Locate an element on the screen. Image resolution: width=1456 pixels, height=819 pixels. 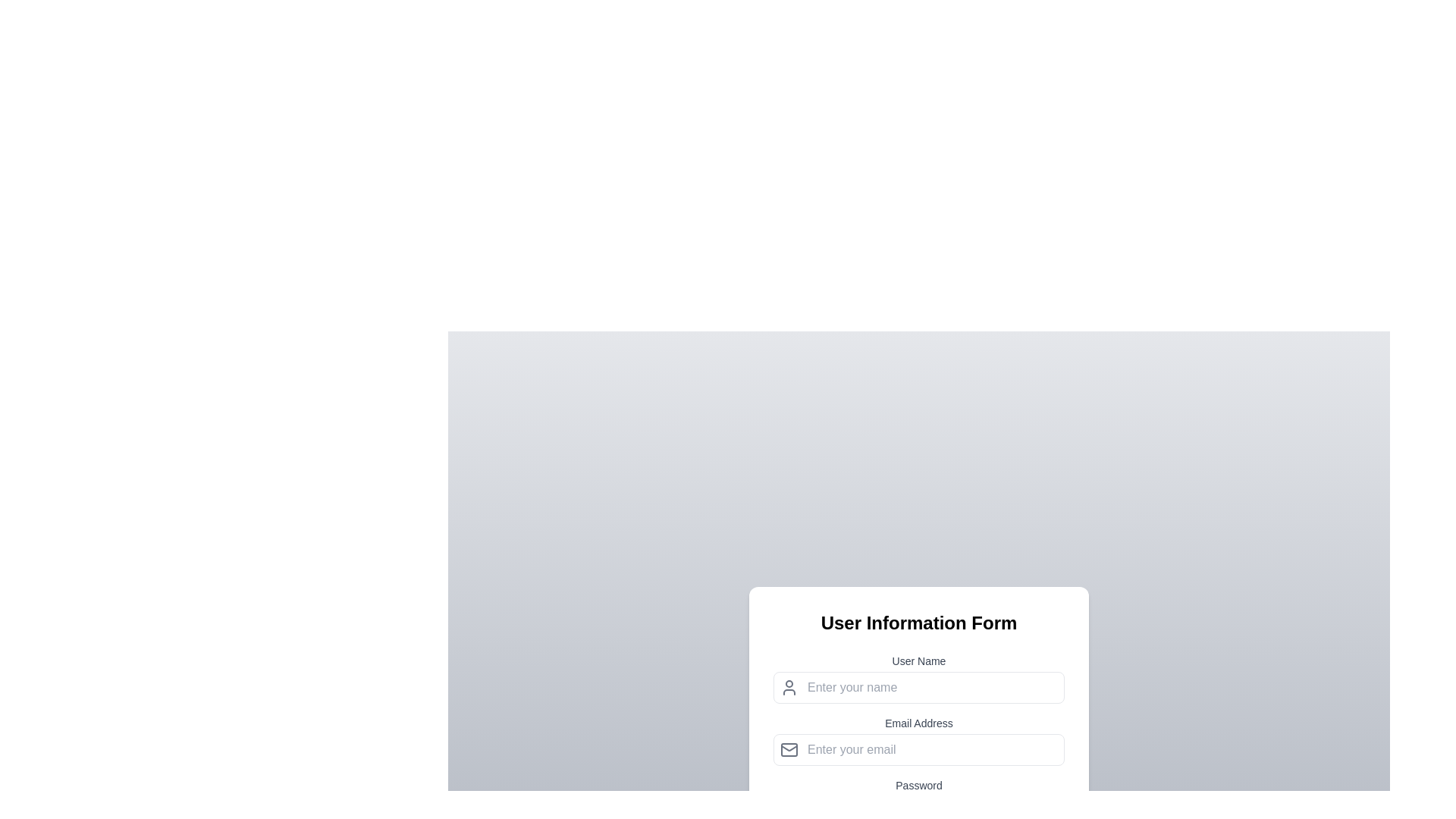
the label text that indicates the input field for entering the user's name, which is positioned above the 'Enter your name' input field in the user information form is located at coordinates (918, 660).